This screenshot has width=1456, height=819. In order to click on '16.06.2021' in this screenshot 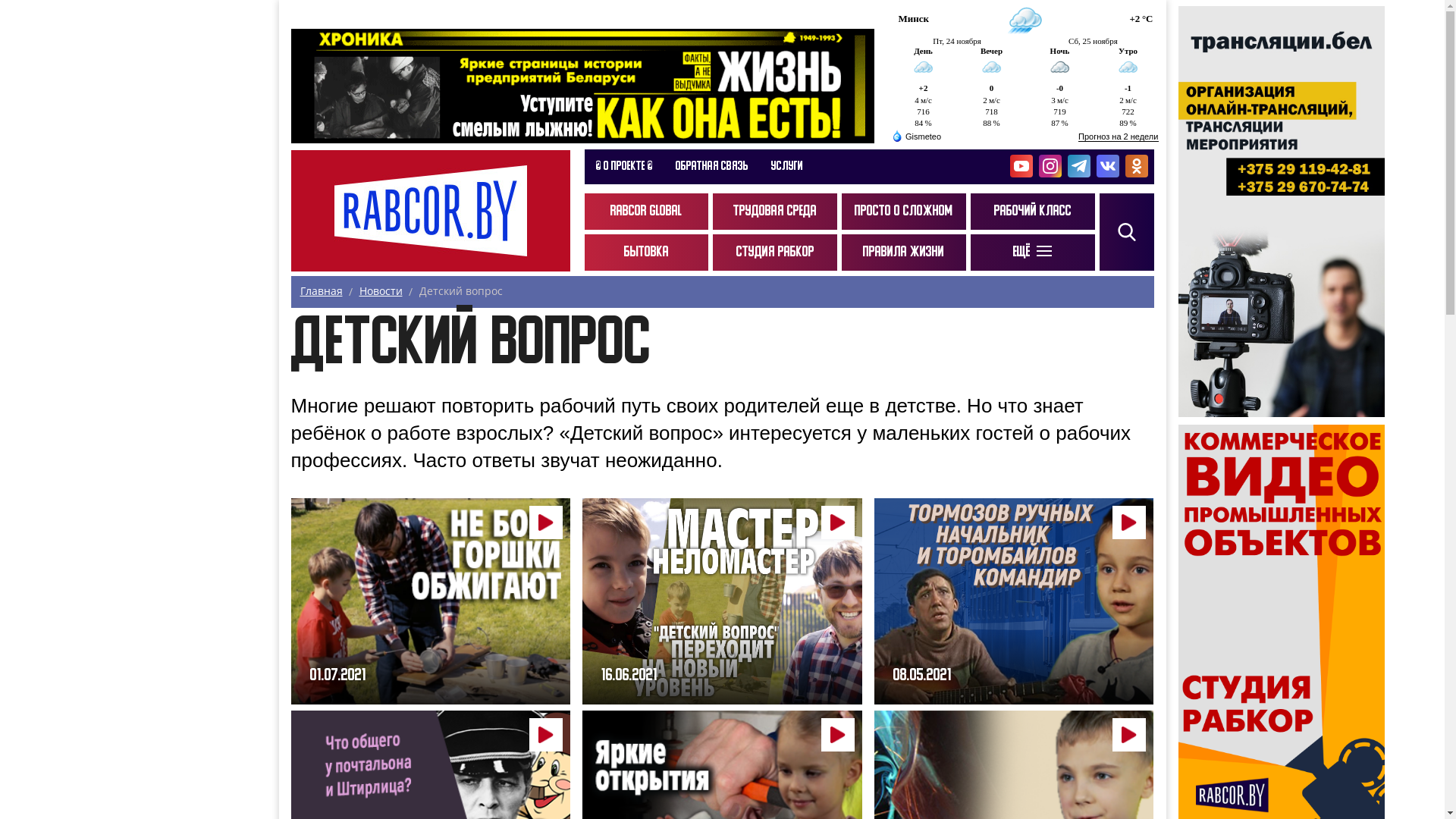, I will do `click(721, 601)`.